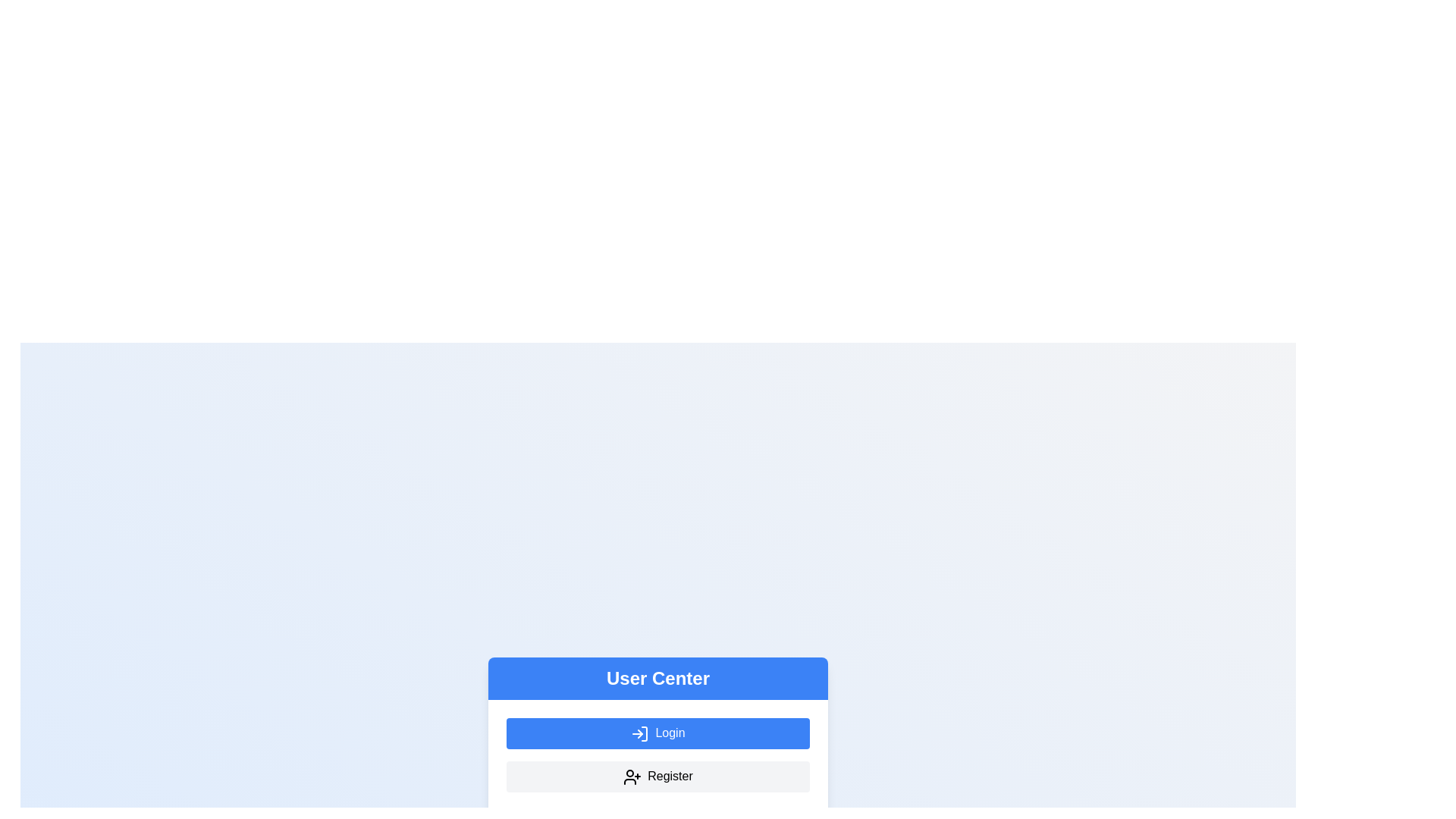 The height and width of the screenshot is (819, 1456). Describe the element at coordinates (640, 733) in the screenshot. I see `the small blue and white outlined arrow icon indicating a log-in action` at that location.